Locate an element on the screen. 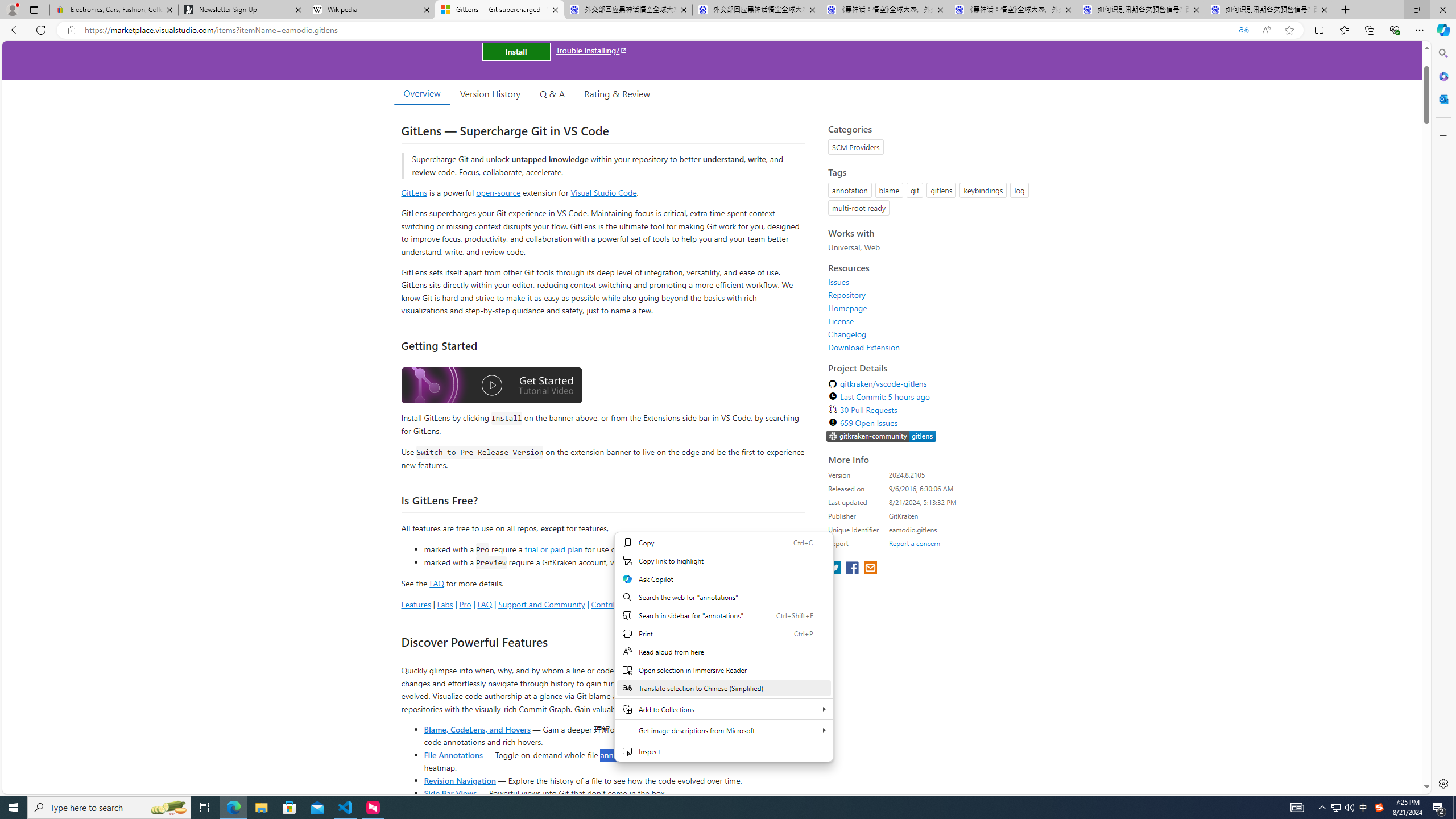 This screenshot has width=1456, height=819. 'Features' is located at coordinates (415, 603).